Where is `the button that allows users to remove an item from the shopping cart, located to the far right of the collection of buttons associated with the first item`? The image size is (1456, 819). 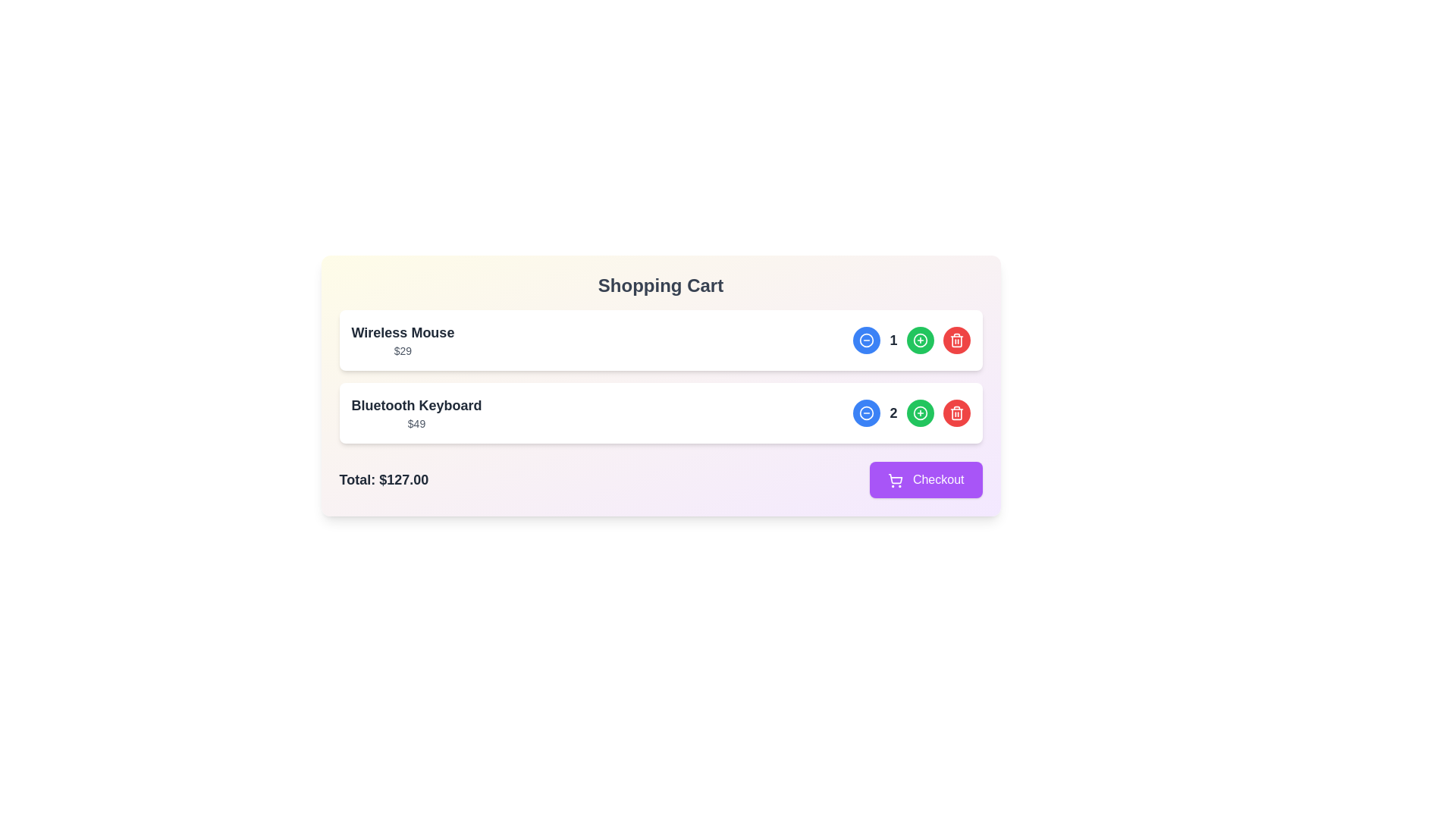
the button that allows users to remove an item from the shopping cart, located to the far right of the collection of buttons associated with the first item is located at coordinates (955, 339).